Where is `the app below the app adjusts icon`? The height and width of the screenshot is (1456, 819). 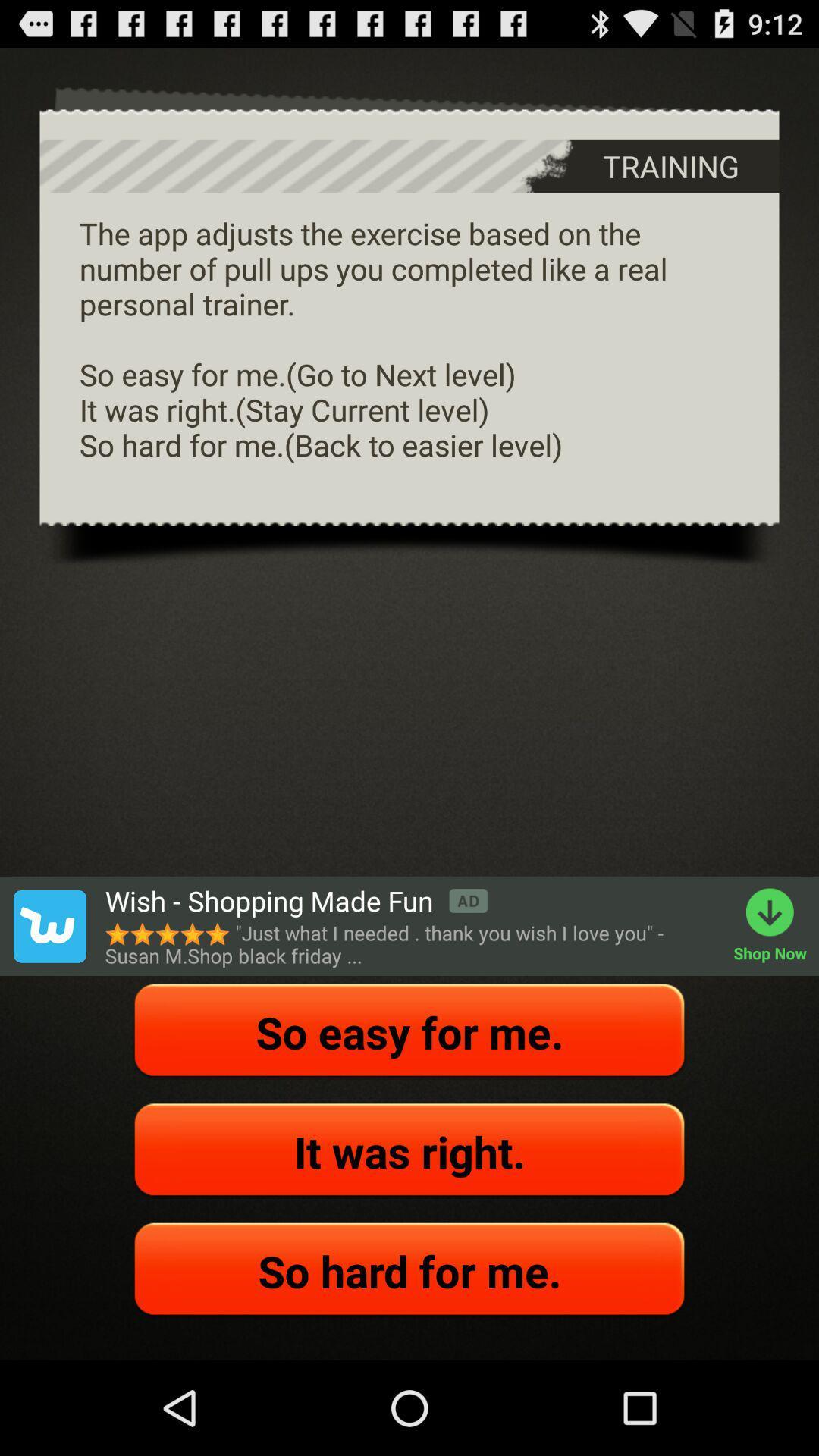
the app below the app adjusts icon is located at coordinates (296, 901).